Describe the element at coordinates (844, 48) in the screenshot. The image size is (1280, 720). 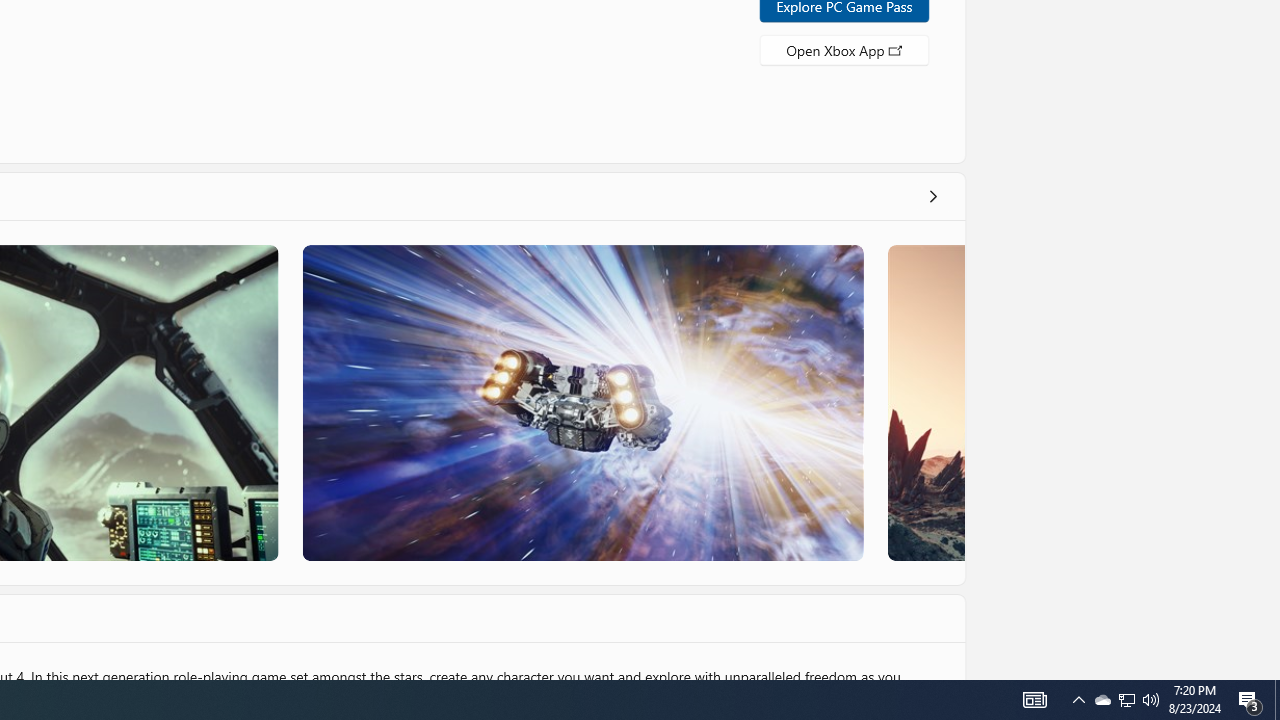
I see `'Open Xbox App'` at that location.